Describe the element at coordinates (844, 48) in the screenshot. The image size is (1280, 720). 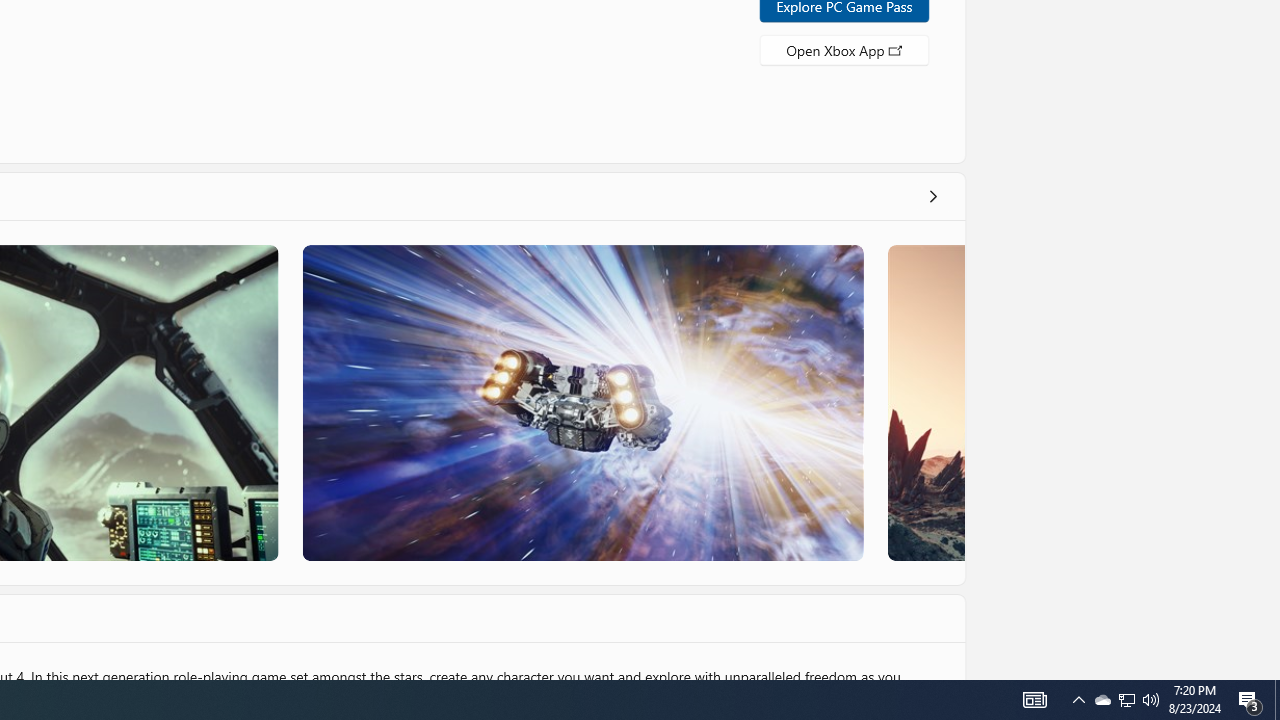
I see `'Open Xbox App'` at that location.